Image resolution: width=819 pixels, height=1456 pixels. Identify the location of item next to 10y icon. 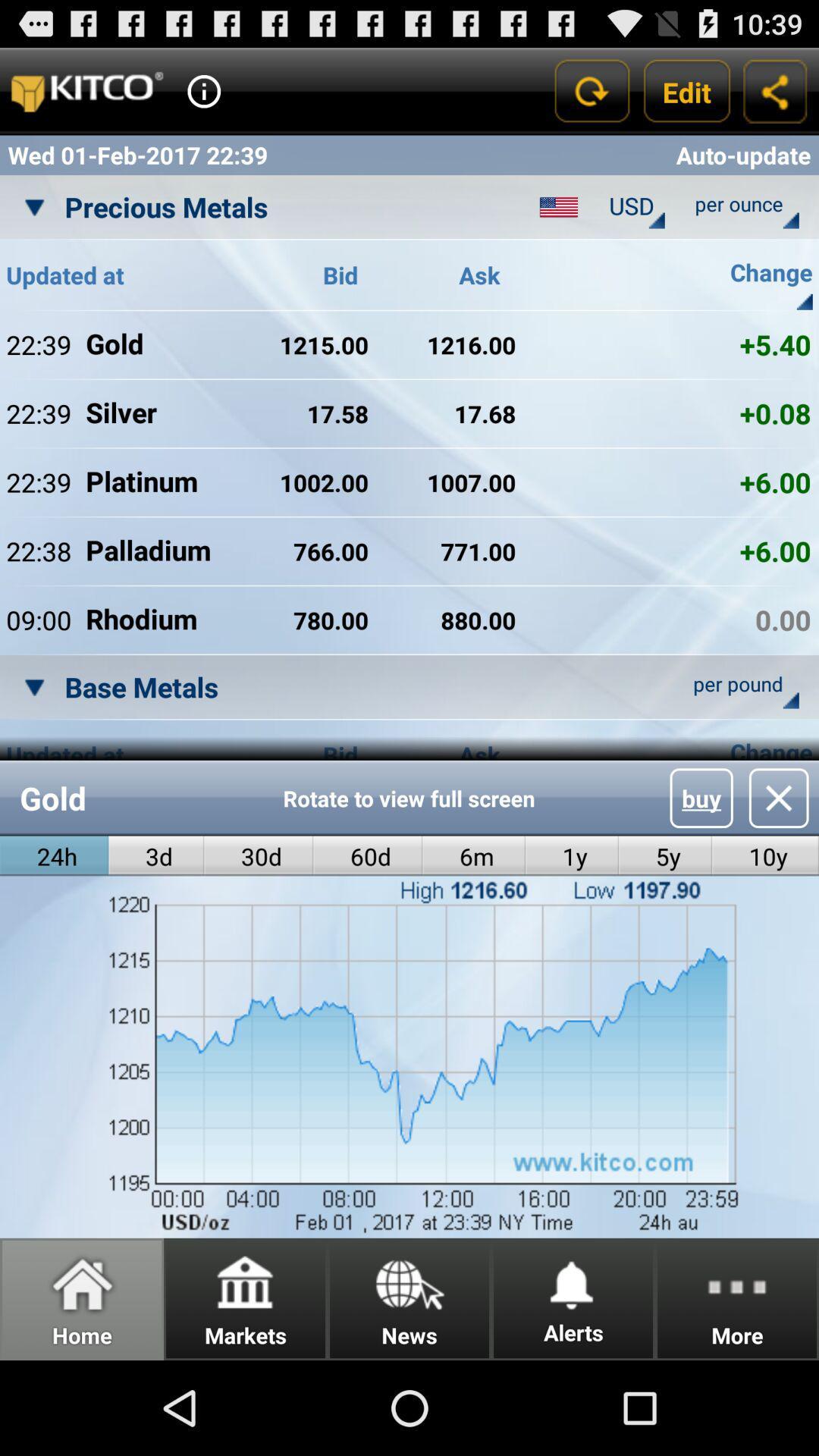
(664, 856).